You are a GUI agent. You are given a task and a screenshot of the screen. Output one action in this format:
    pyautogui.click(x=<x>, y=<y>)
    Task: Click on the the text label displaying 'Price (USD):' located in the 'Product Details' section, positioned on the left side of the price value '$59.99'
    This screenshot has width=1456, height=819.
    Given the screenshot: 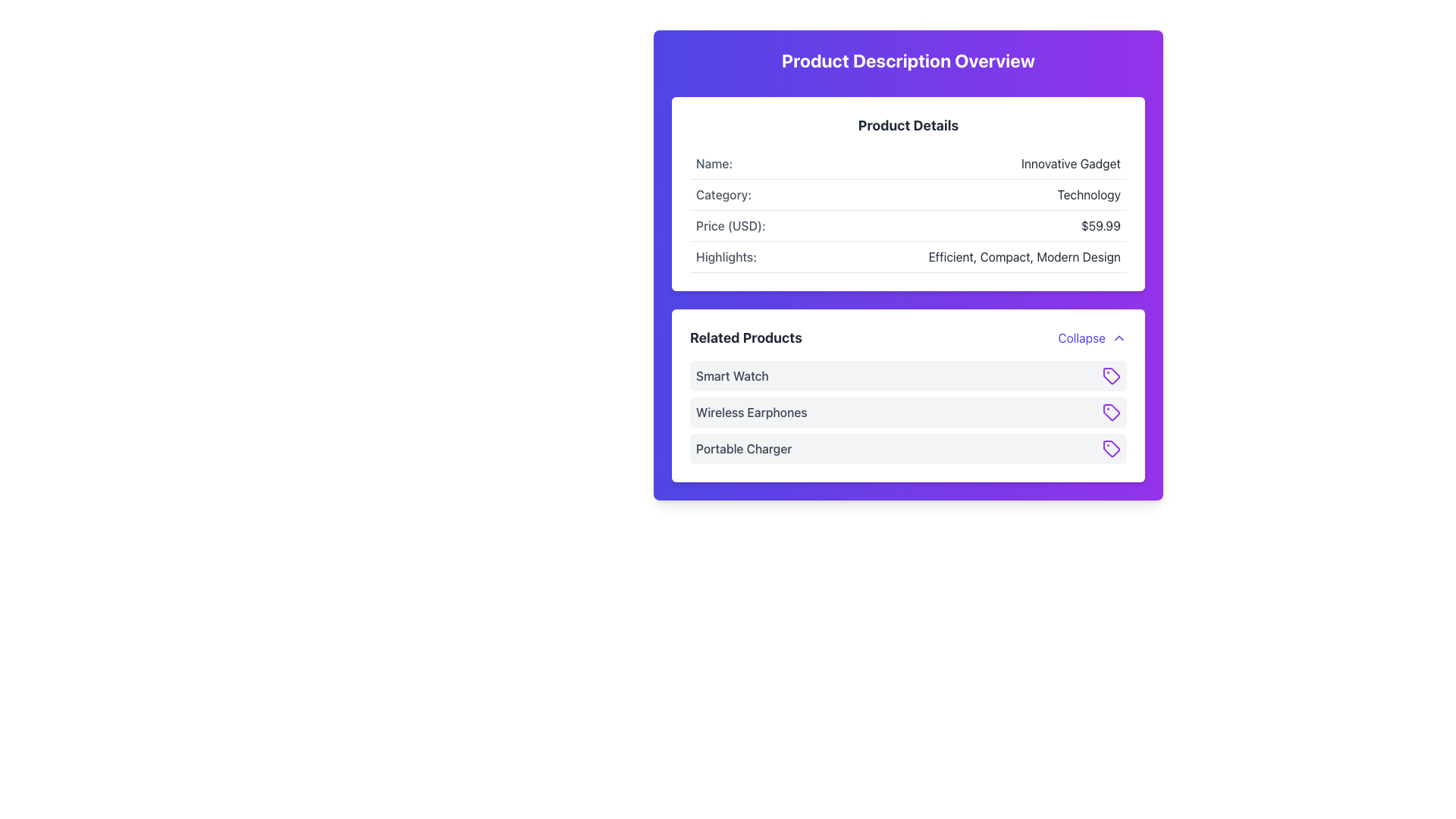 What is the action you would take?
    pyautogui.click(x=730, y=225)
    